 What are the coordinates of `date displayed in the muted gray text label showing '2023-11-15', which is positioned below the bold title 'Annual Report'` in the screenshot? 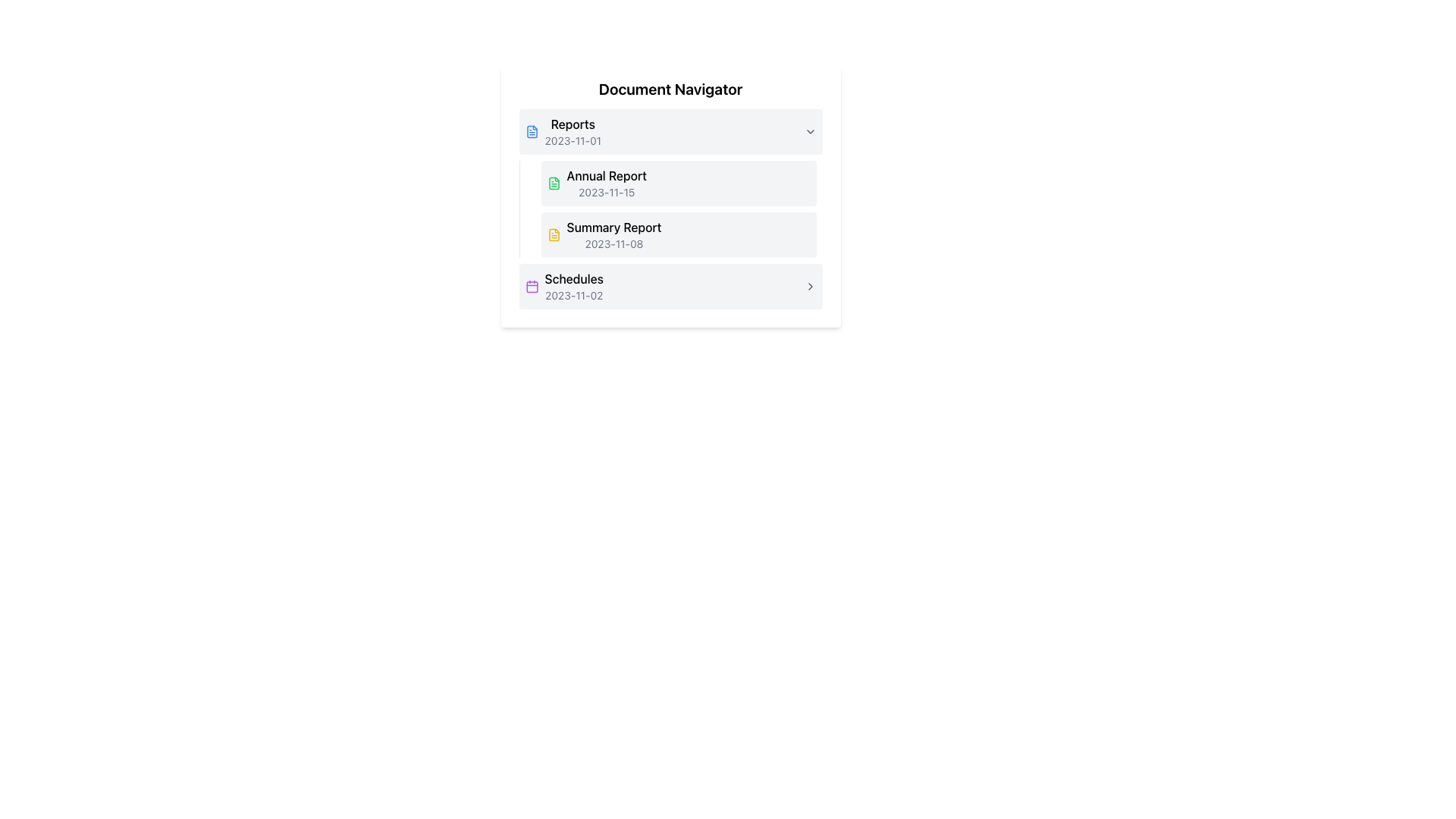 It's located at (607, 192).